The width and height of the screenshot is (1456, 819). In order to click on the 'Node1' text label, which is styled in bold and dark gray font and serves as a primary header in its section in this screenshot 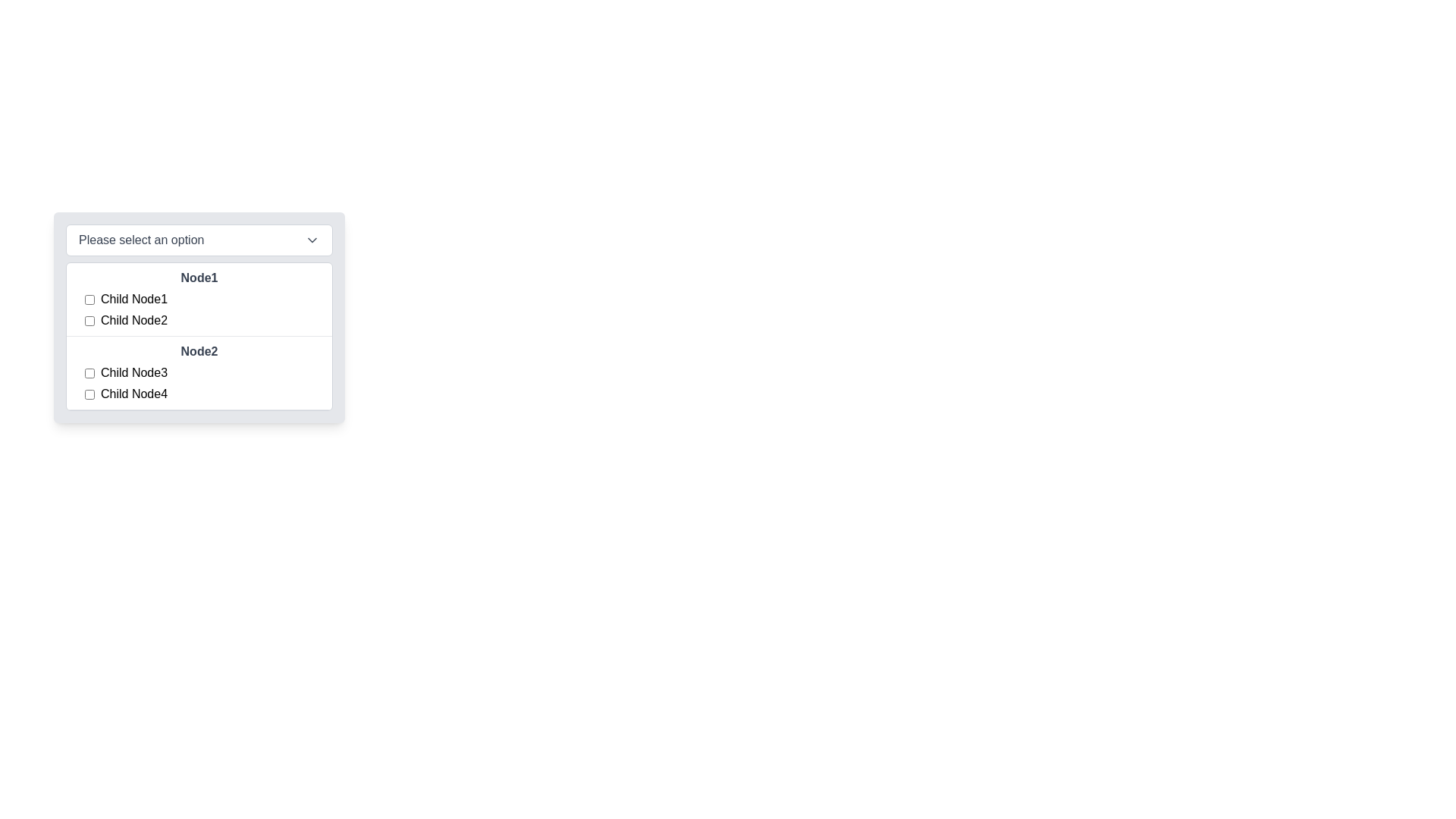, I will do `click(199, 278)`.